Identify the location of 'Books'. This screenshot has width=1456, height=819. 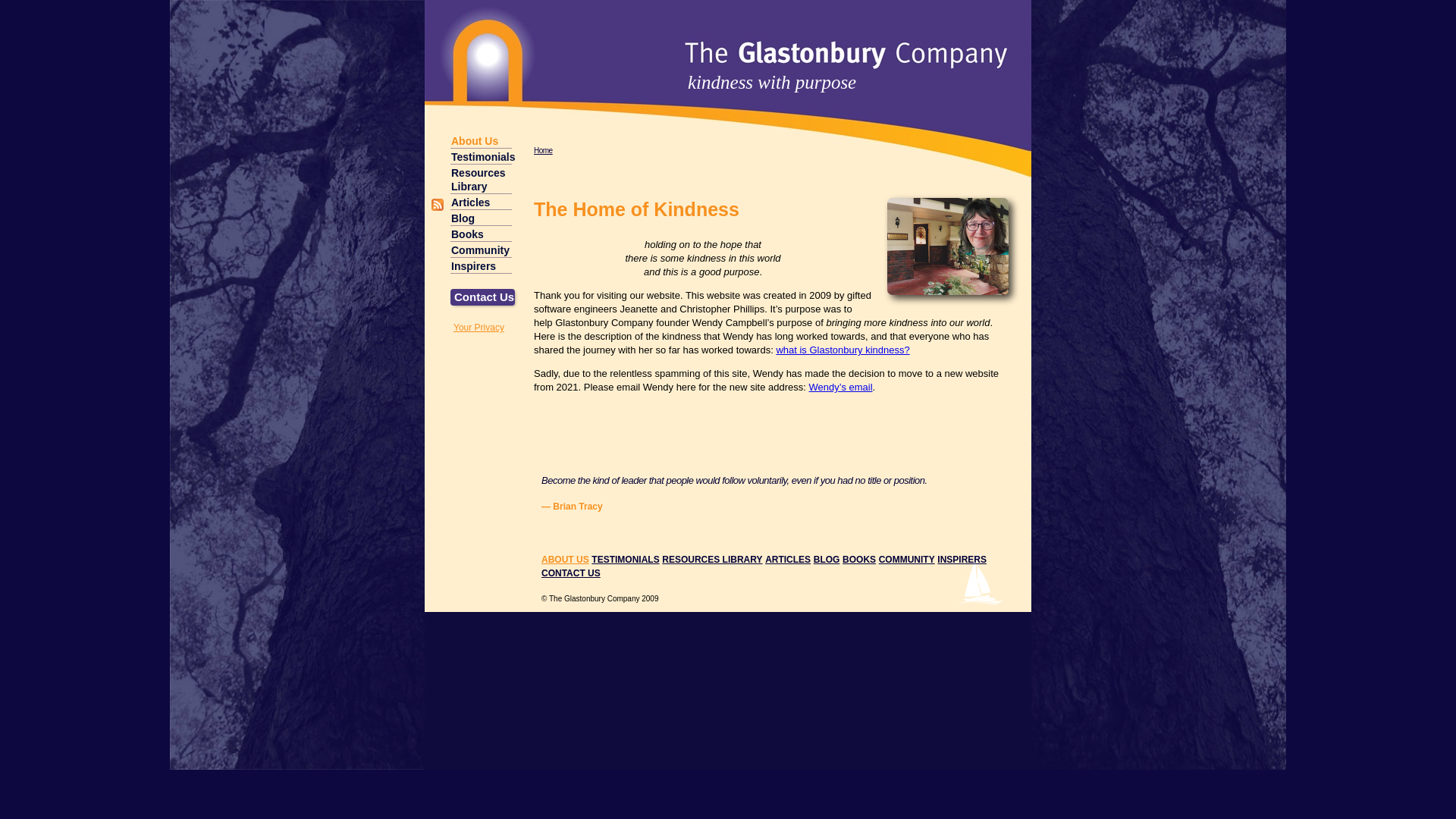
(480, 234).